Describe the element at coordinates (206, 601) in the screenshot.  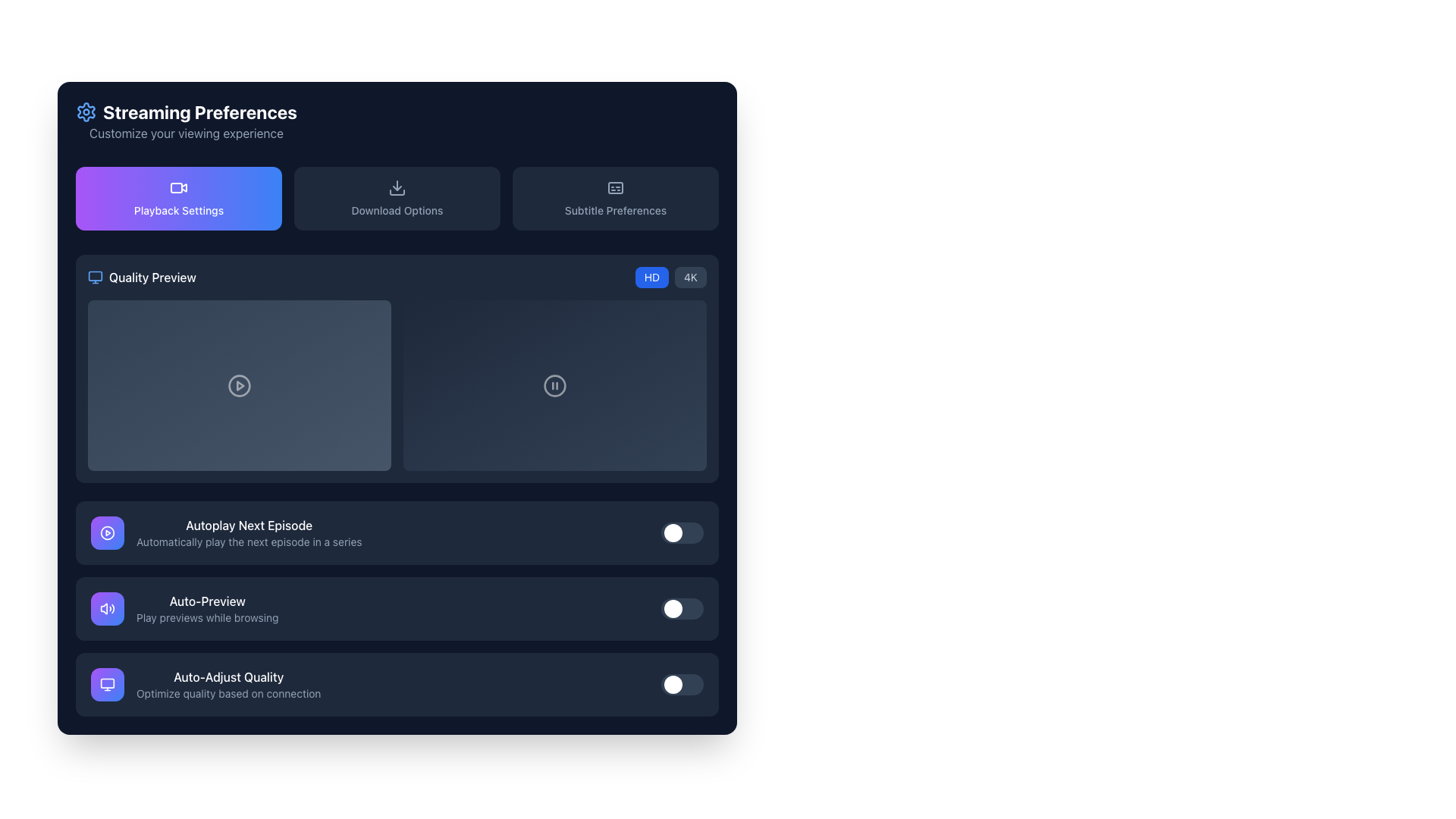
I see `the 'Auto-Preview' text label, which displays in white font and is located above the descriptive text 'Play previews while browsing.'` at that location.